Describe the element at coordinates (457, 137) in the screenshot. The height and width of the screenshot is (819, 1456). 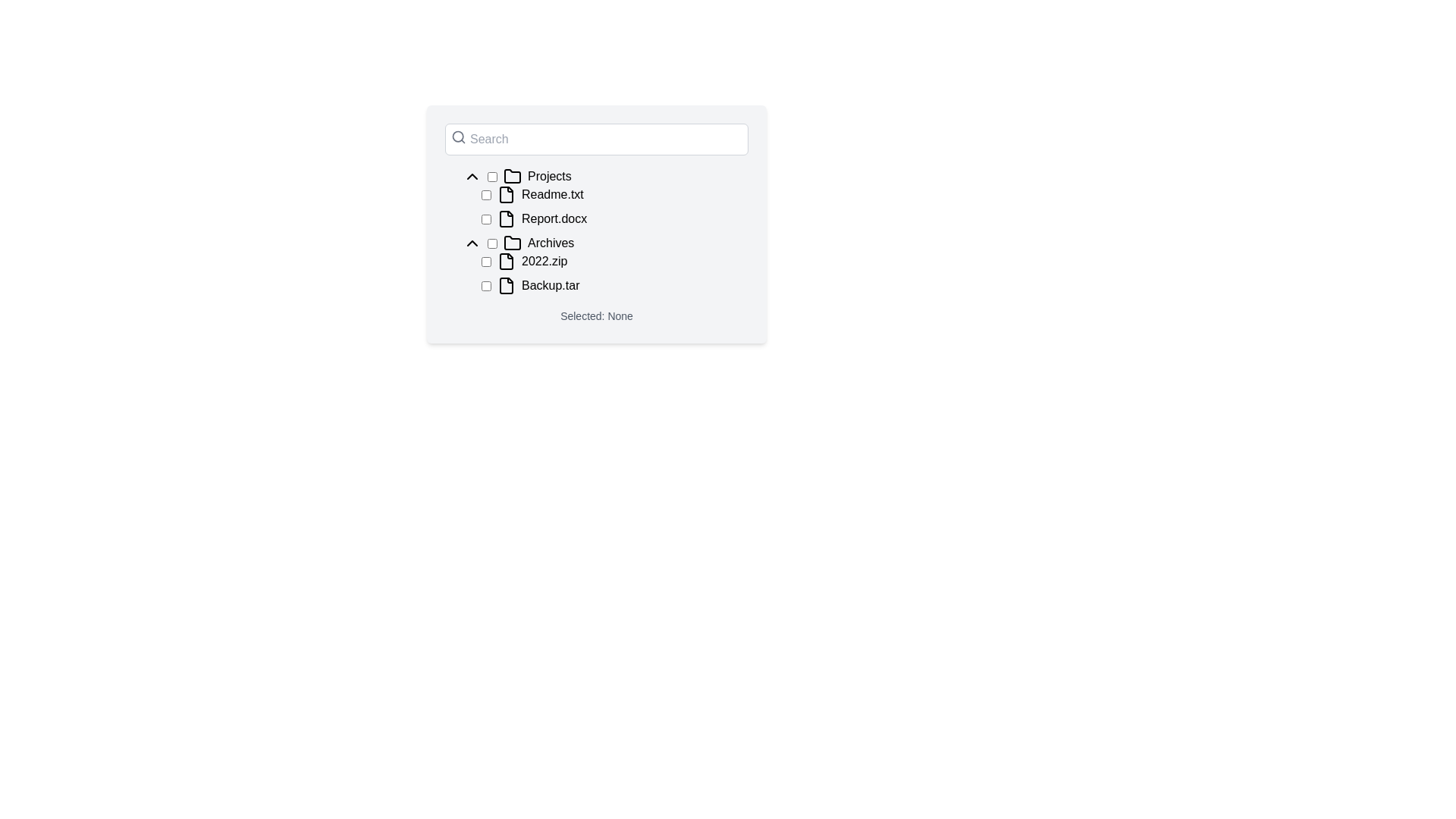
I see `the search icon positioned at the top-left corner of the text input field, which indicates the search functionality` at that location.